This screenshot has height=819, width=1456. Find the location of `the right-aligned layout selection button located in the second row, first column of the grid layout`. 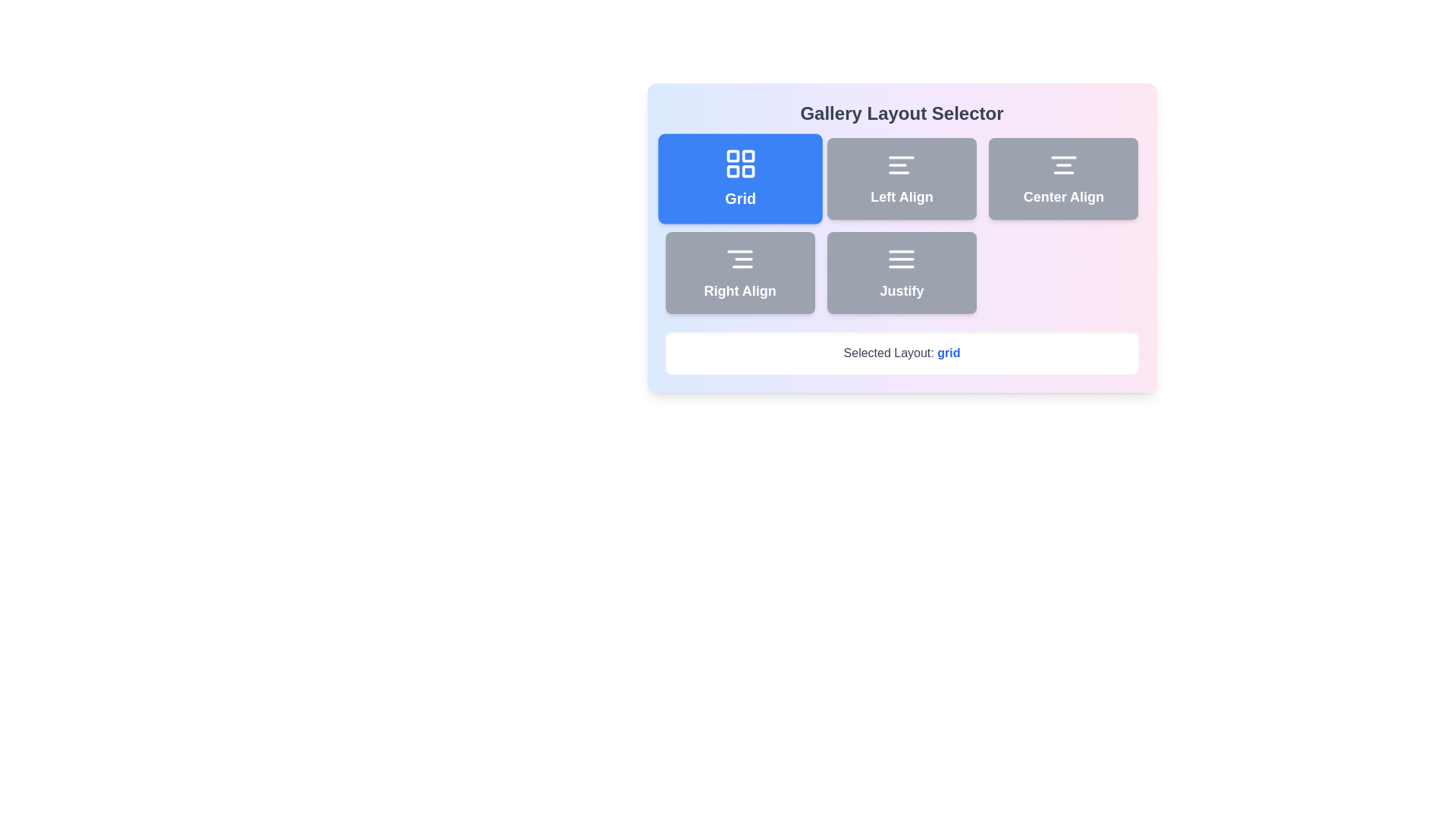

the right-aligned layout selection button located in the second row, first column of the grid layout is located at coordinates (740, 271).